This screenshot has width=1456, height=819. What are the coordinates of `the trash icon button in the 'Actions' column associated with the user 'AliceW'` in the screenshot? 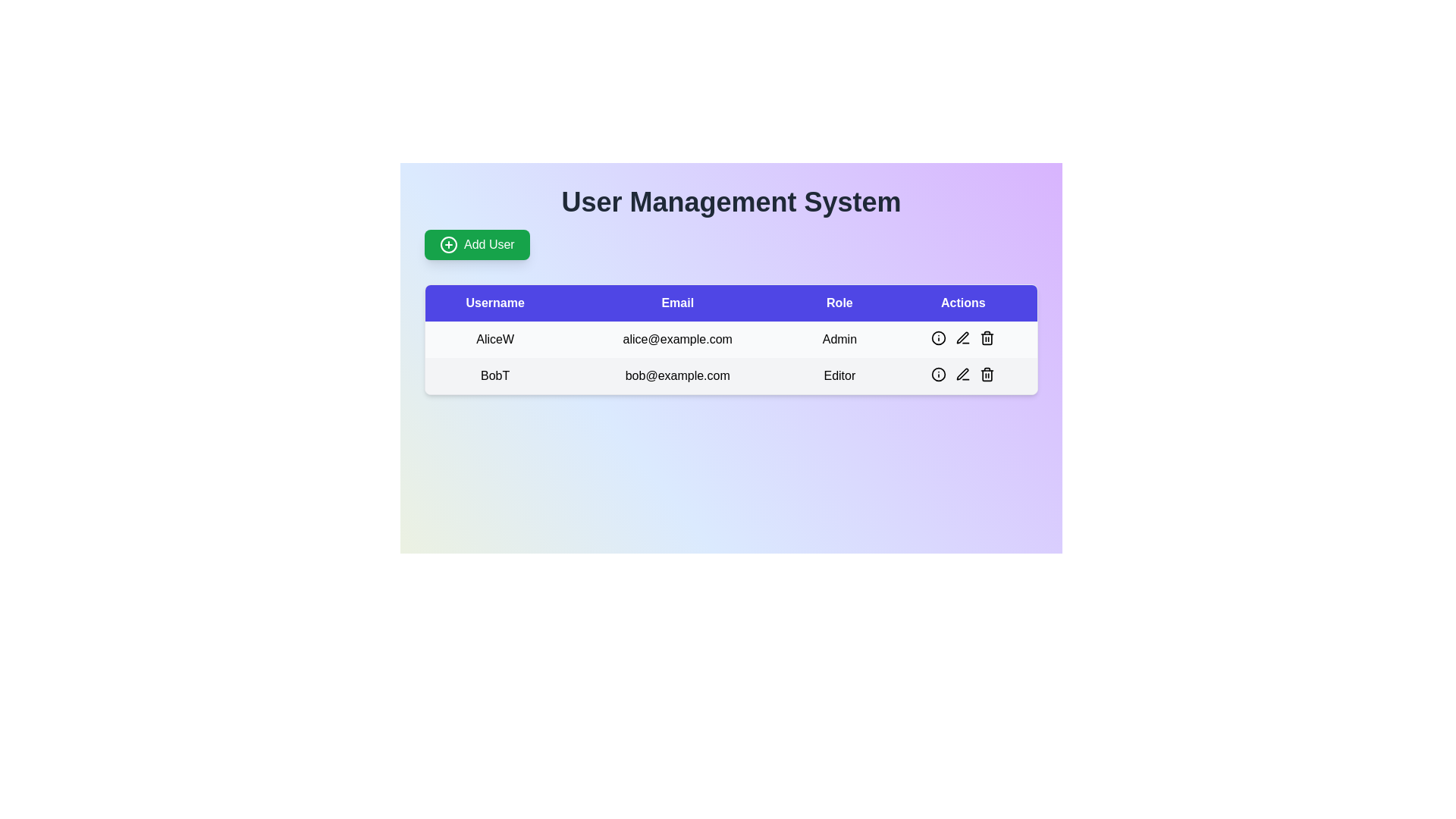 It's located at (987, 337).